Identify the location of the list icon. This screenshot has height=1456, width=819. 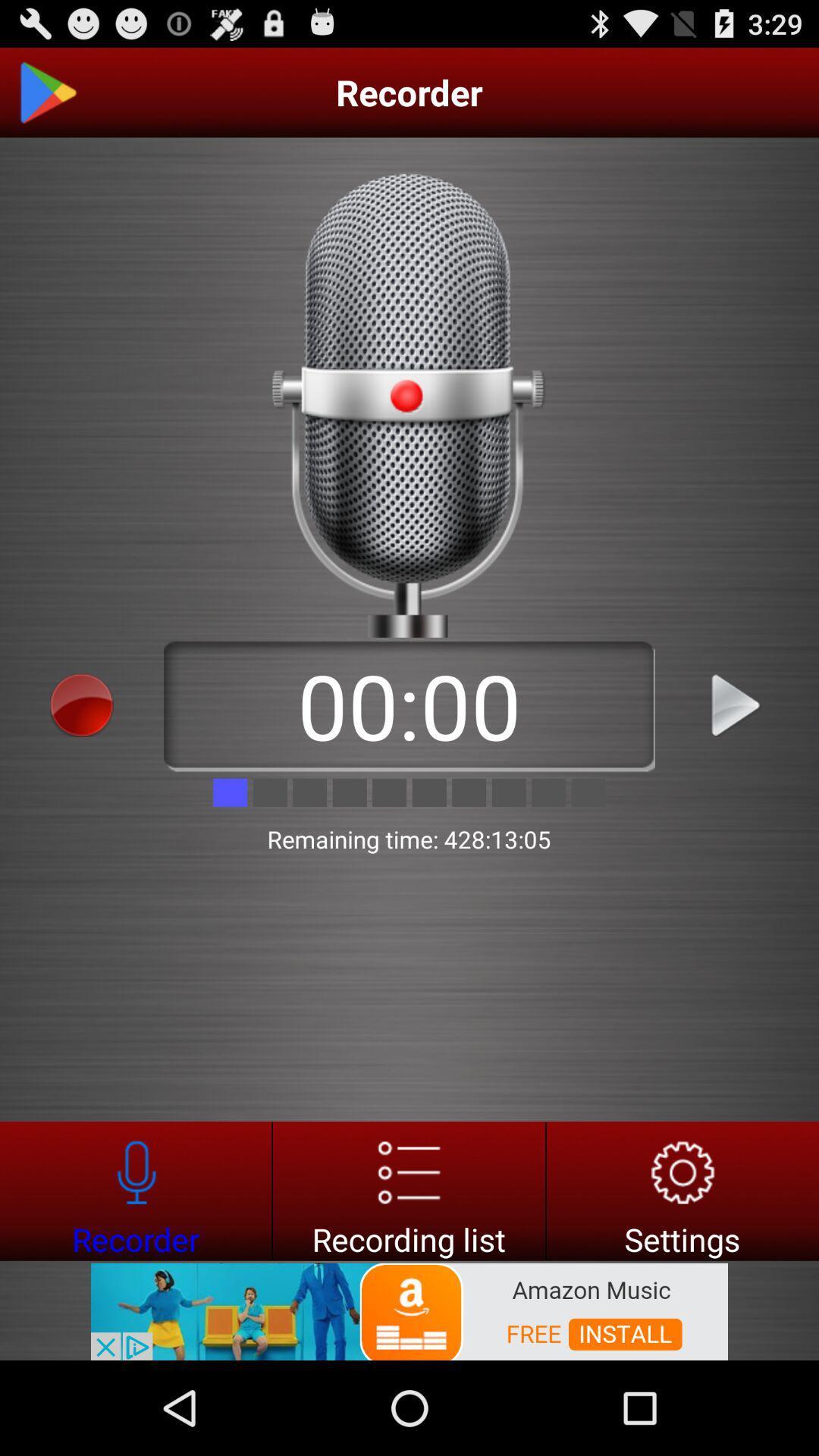
(408, 1274).